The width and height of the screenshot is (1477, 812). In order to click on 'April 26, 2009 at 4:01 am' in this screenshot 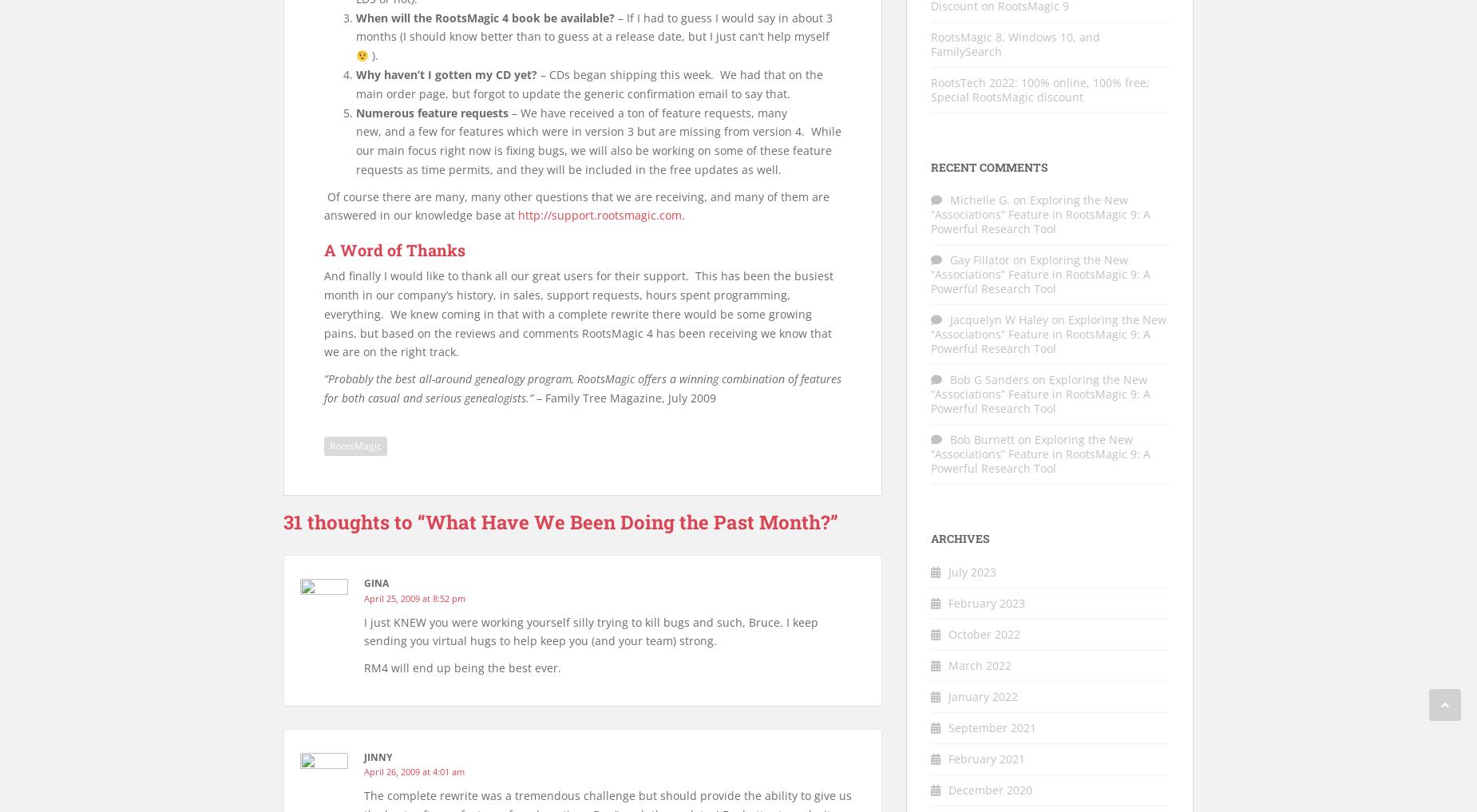, I will do `click(414, 771)`.